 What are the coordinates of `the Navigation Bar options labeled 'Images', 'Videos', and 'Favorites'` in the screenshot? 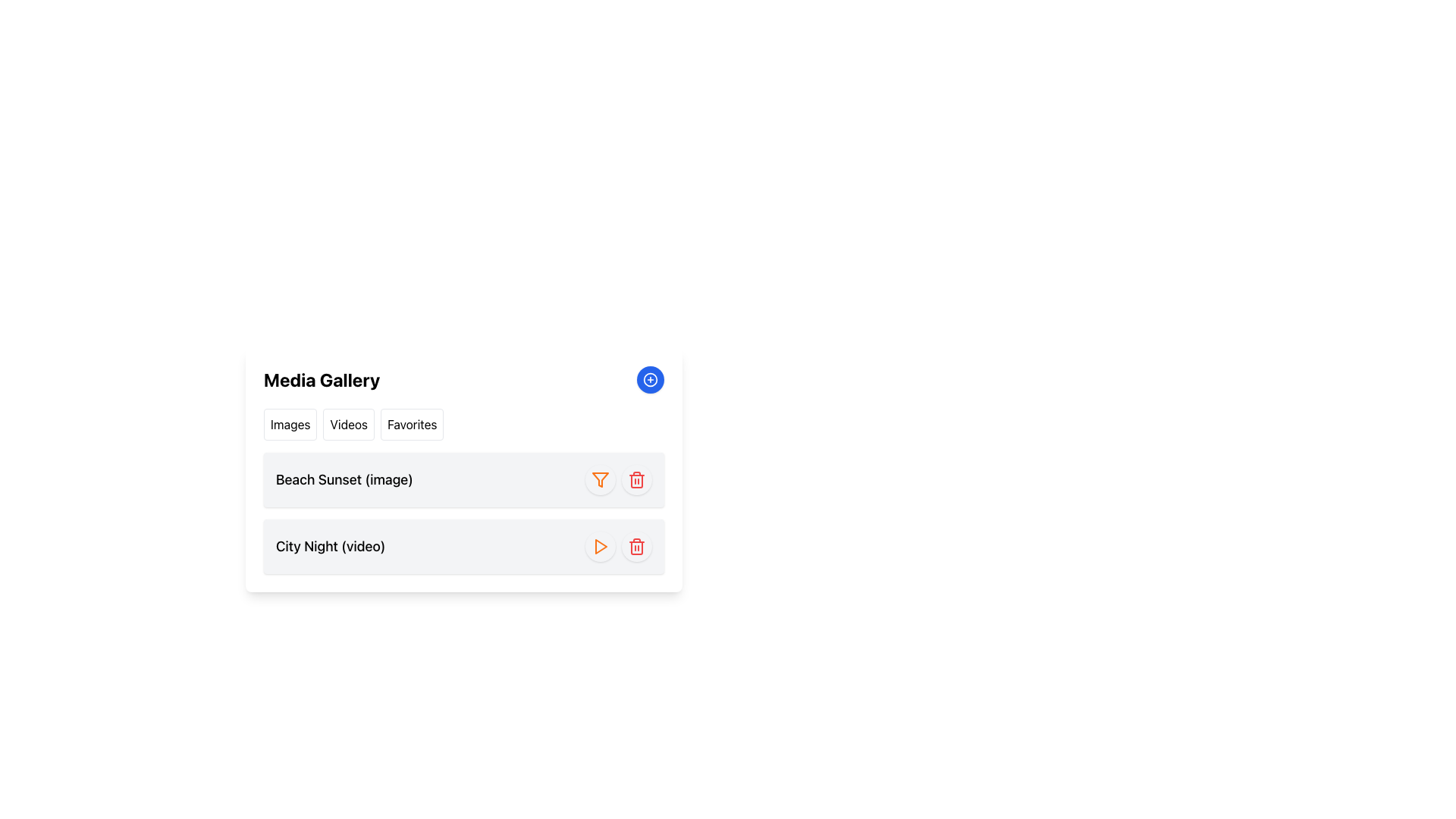 It's located at (463, 424).